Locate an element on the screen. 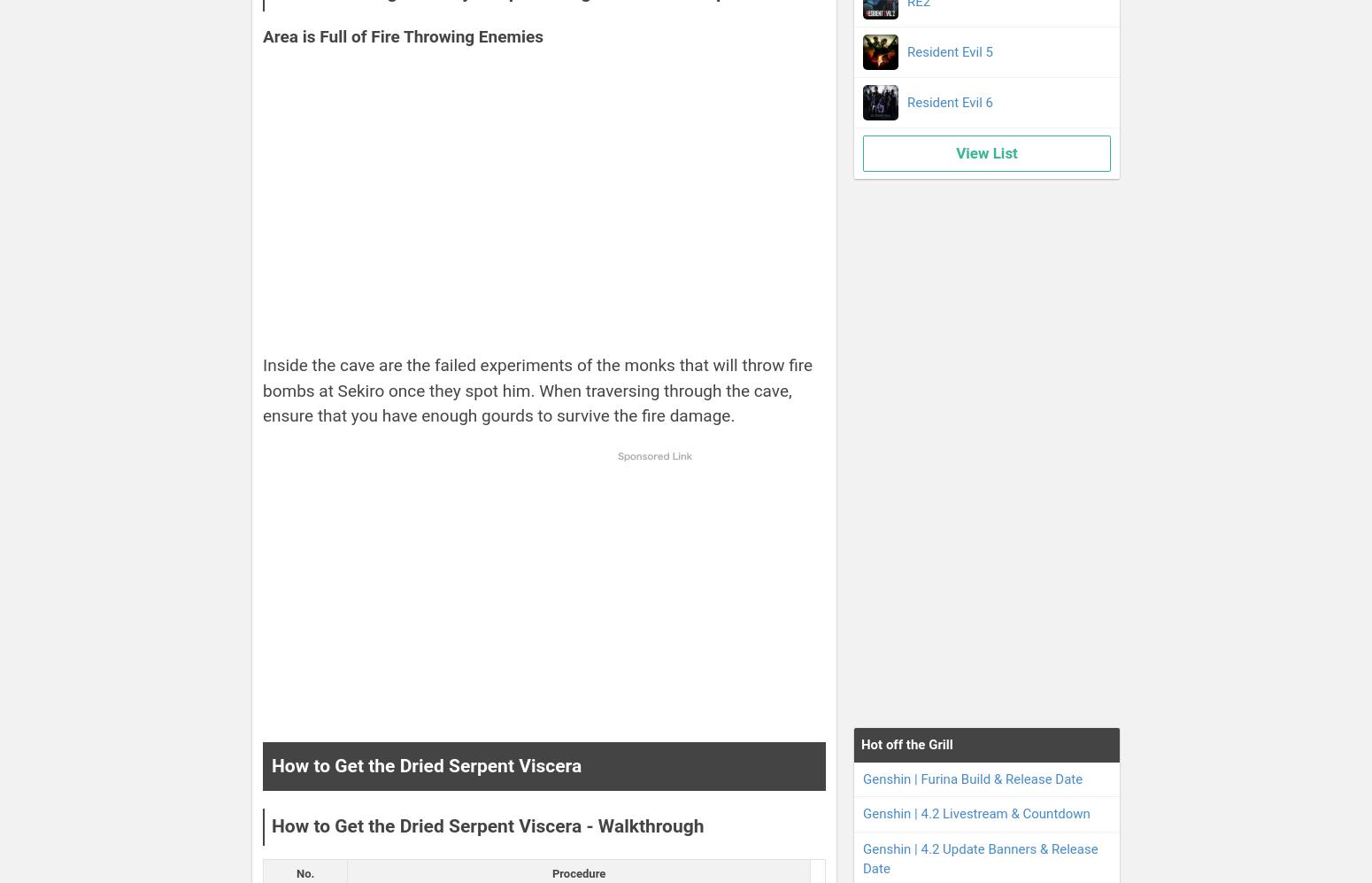 This screenshot has height=883, width=1372. 'Hot off the Grill' is located at coordinates (906, 744).